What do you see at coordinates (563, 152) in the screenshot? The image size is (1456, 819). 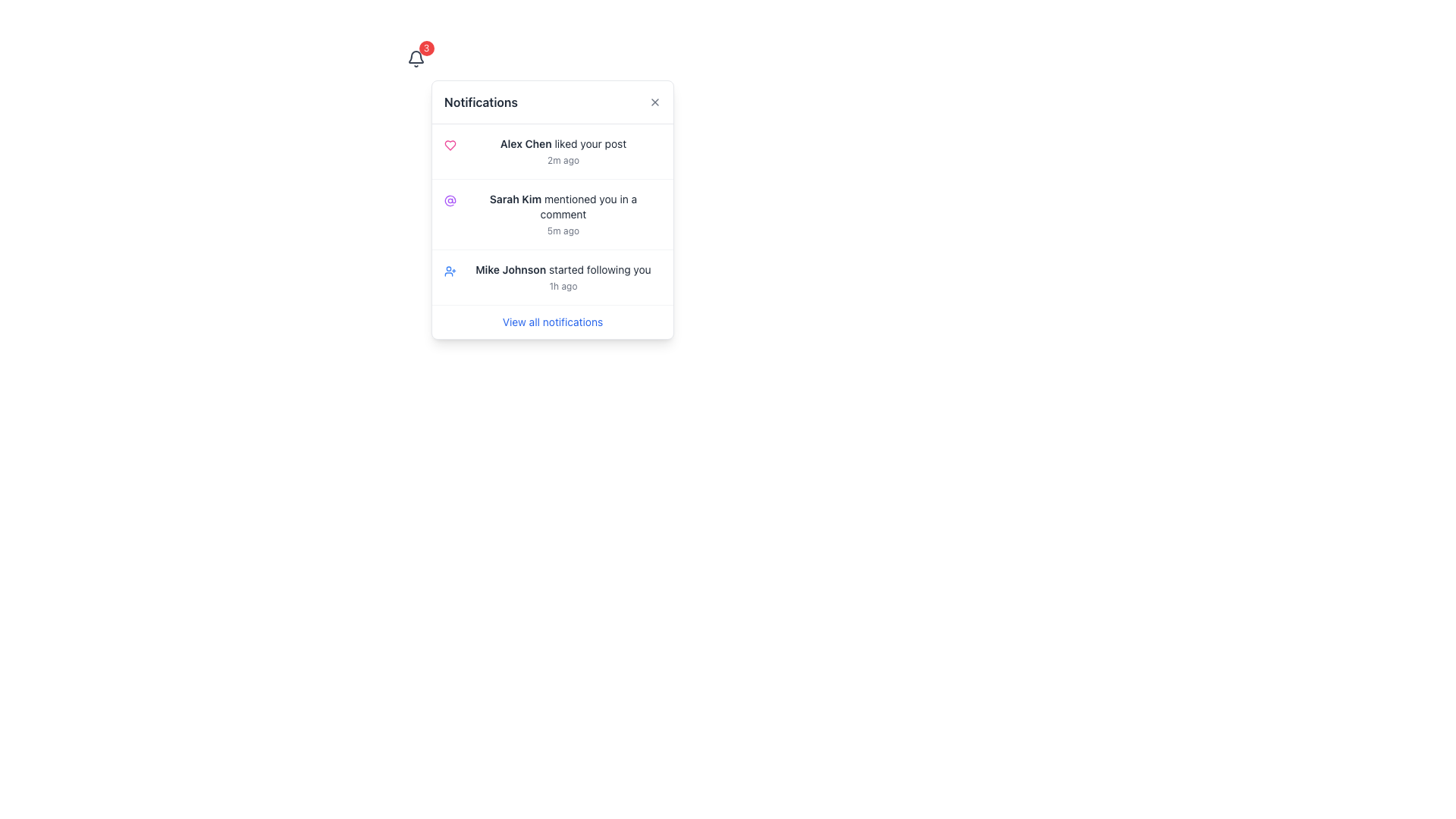 I see `the first notification entry in the dropdown notification panel that indicates Alex Chen liking a post` at bounding box center [563, 152].